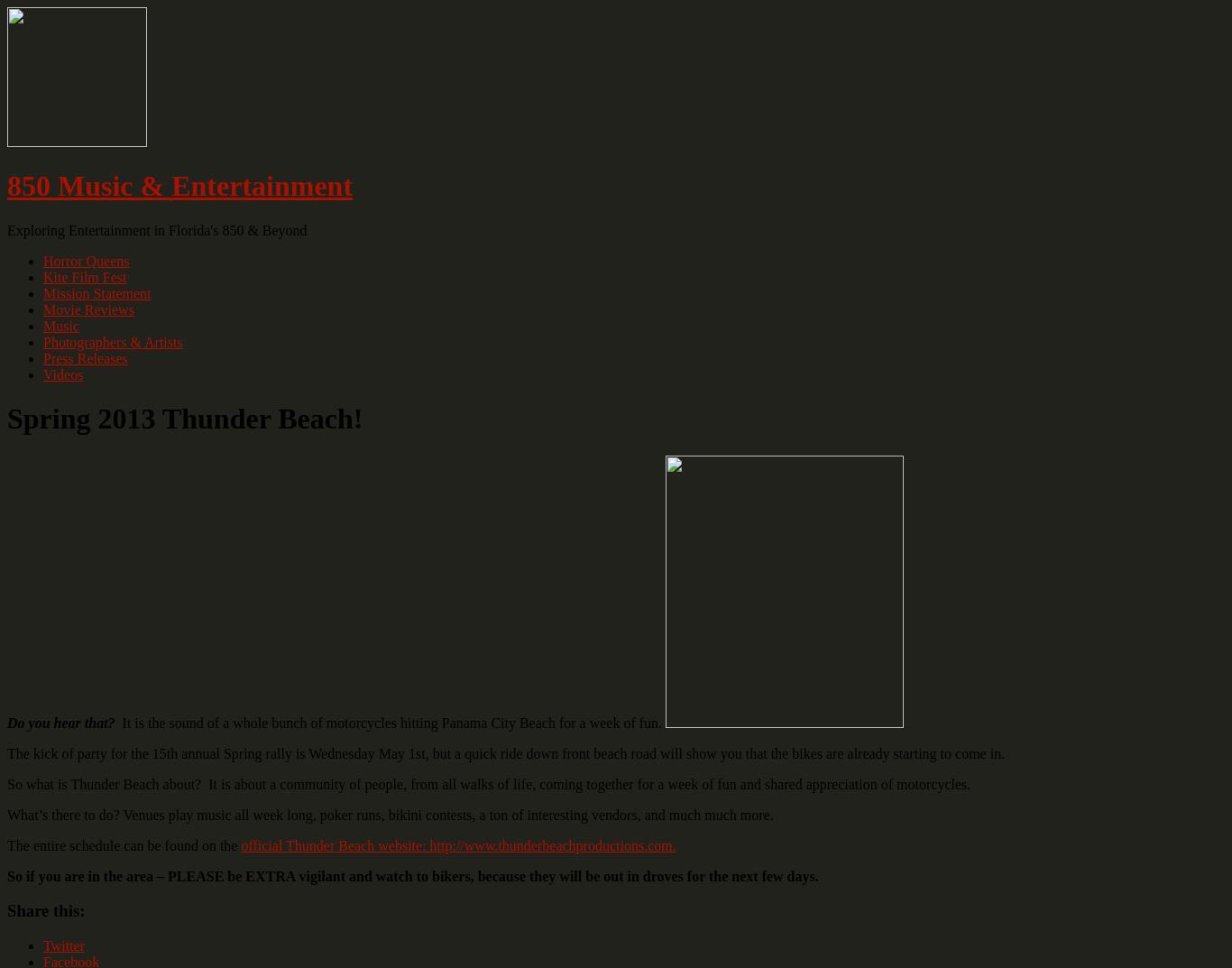 This screenshot has width=1232, height=968. What do you see at coordinates (85, 356) in the screenshot?
I see `'Press Releases'` at bounding box center [85, 356].